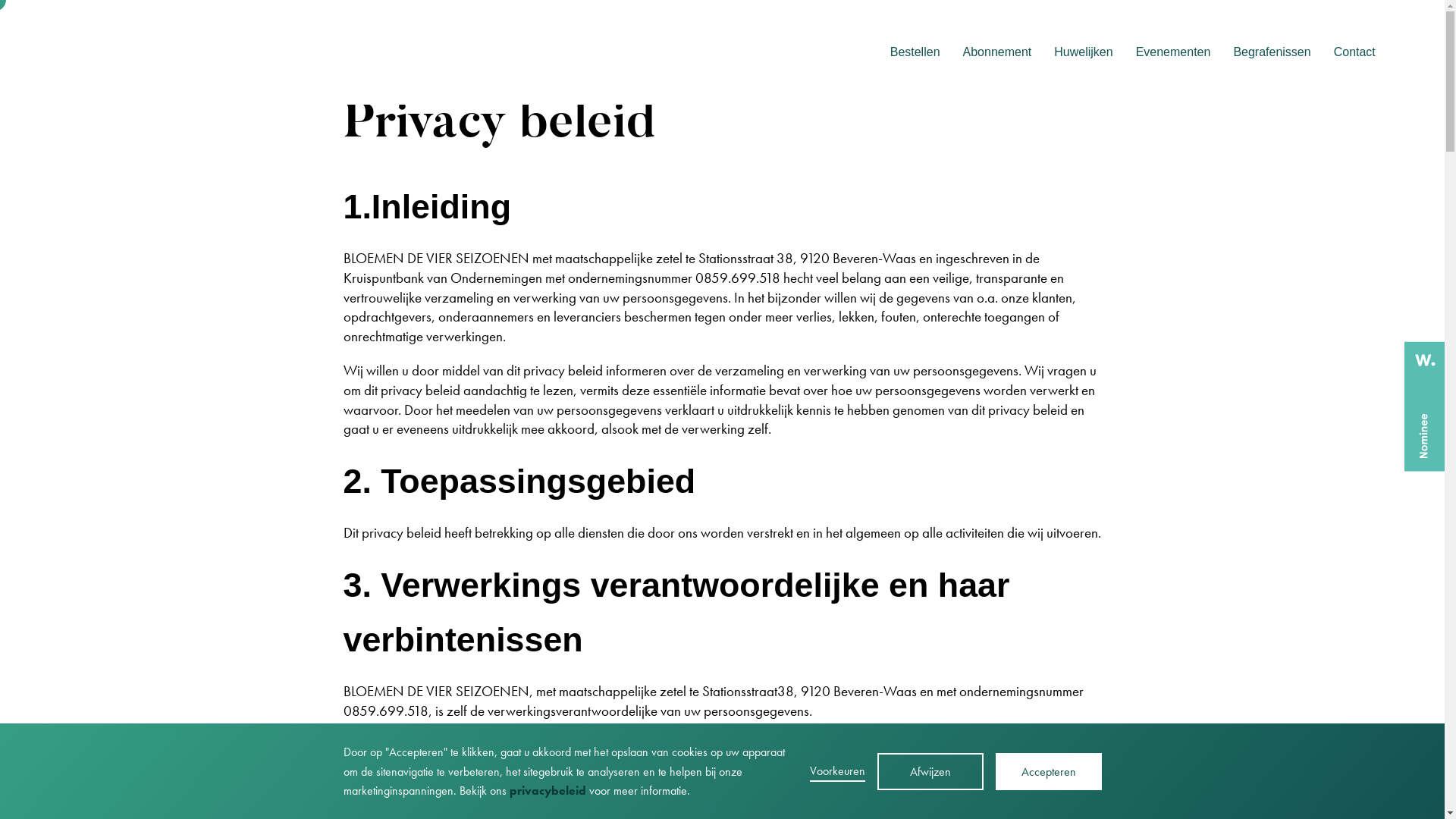 The width and height of the screenshot is (1456, 819). What do you see at coordinates (1271, 52) in the screenshot?
I see `'Begrafenissen'` at bounding box center [1271, 52].